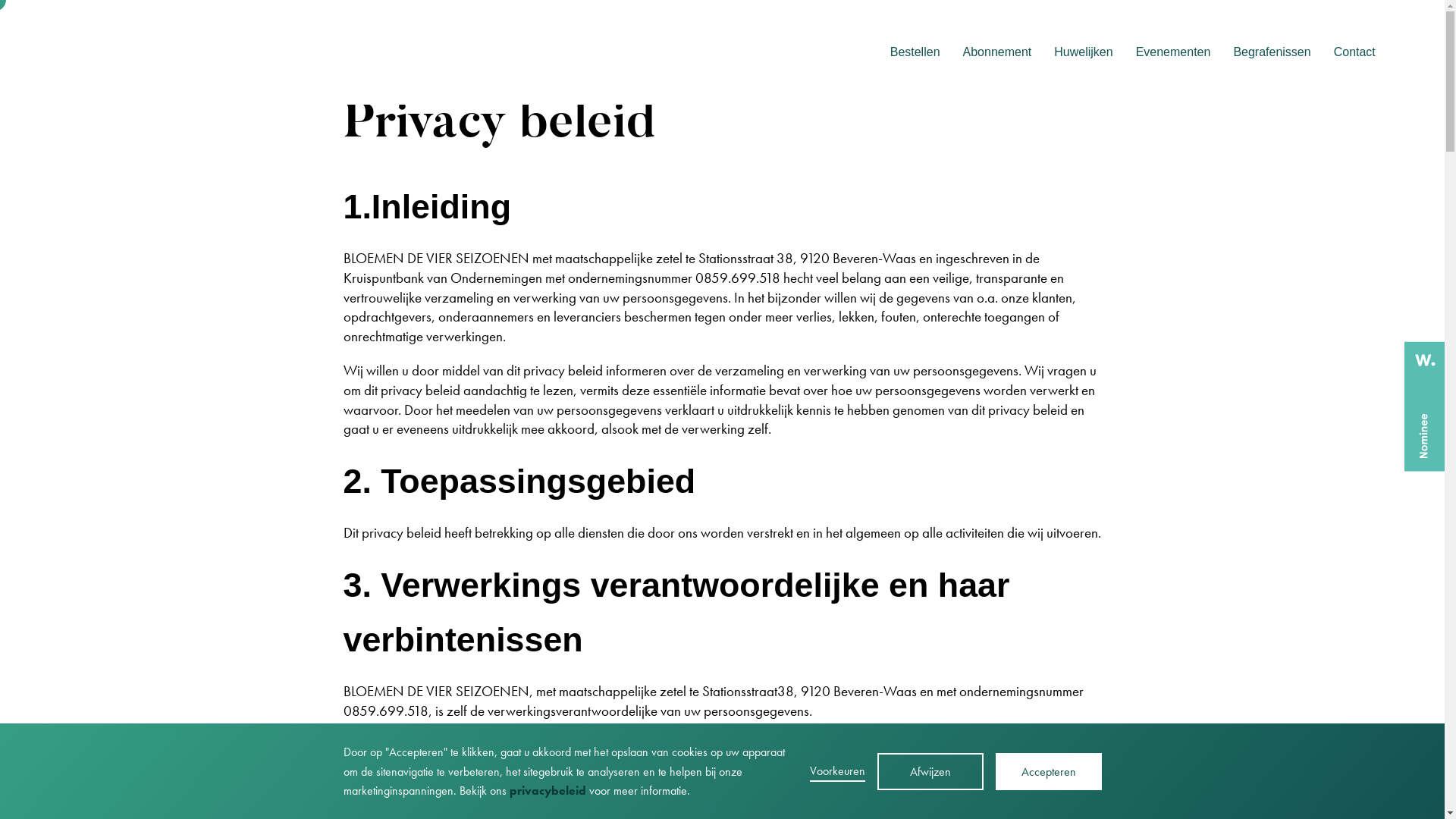 The width and height of the screenshot is (1456, 819). What do you see at coordinates (1271, 52) in the screenshot?
I see `'Begrafenissen'` at bounding box center [1271, 52].